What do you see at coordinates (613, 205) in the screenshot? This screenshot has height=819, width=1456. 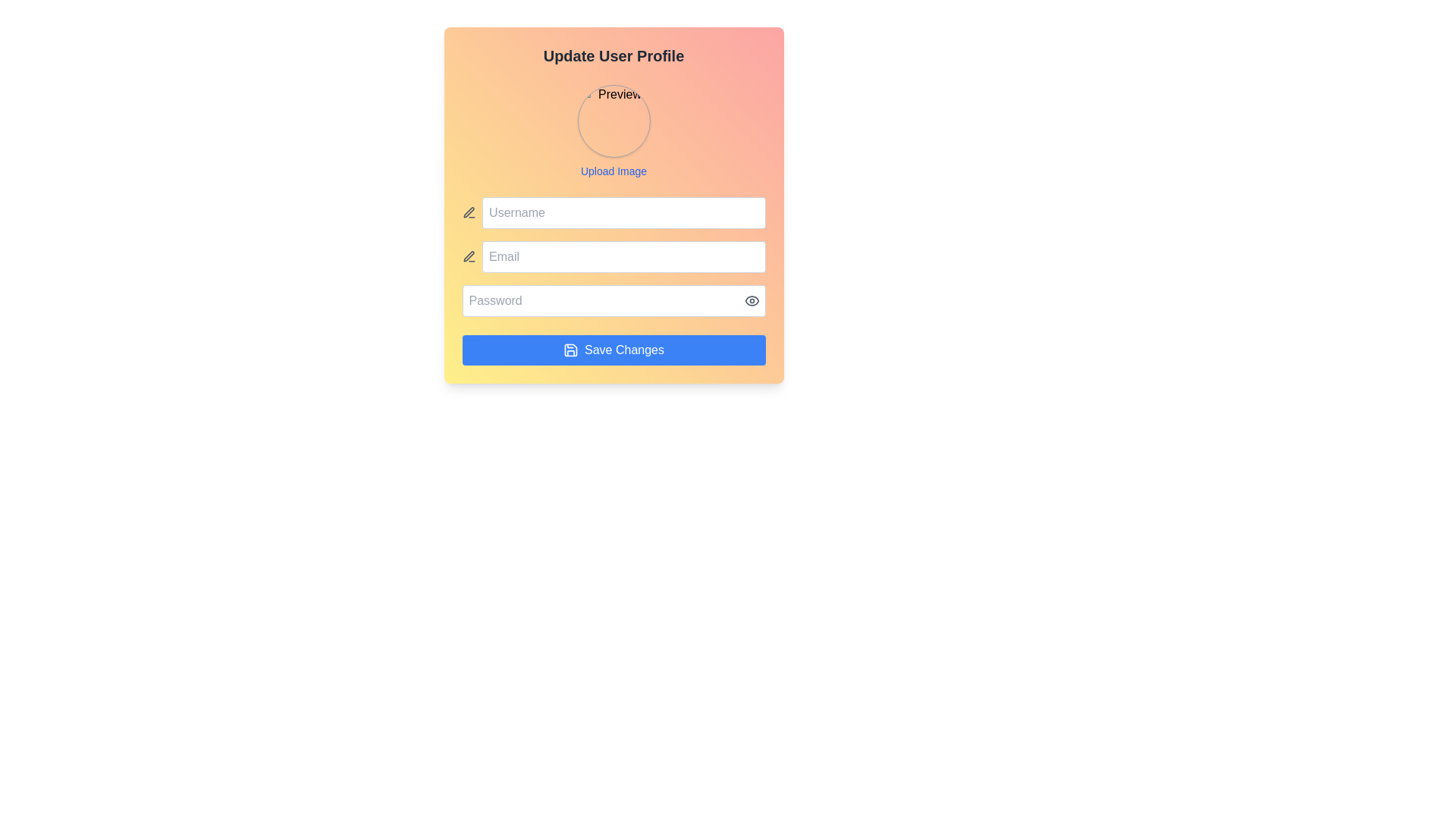 I see `the Text Input Field for 'Username' located below 'Upload Image'` at bounding box center [613, 205].